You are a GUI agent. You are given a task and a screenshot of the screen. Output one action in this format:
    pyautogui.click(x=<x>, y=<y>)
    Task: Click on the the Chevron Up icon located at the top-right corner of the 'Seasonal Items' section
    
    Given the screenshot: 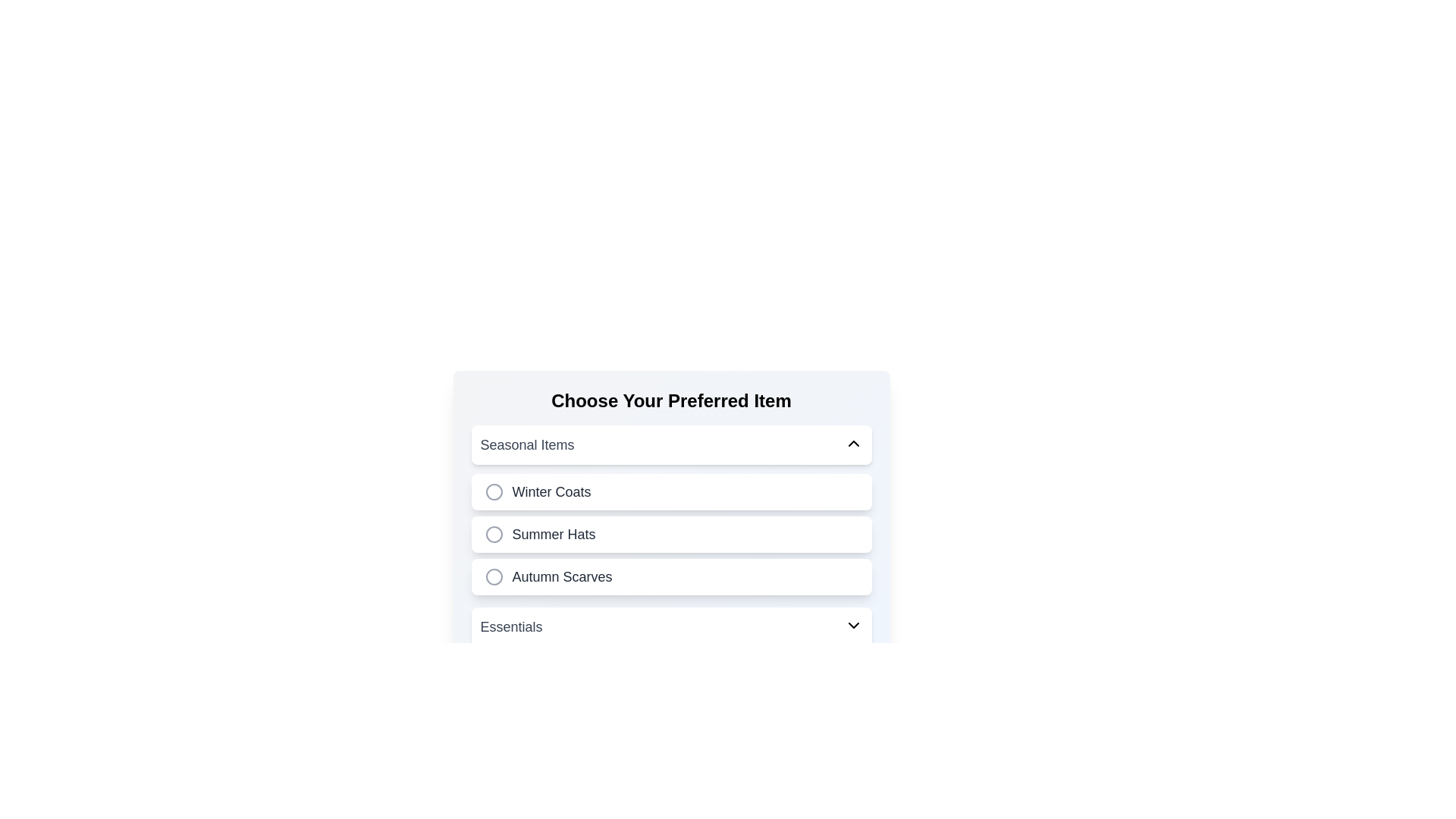 What is the action you would take?
    pyautogui.click(x=853, y=444)
    